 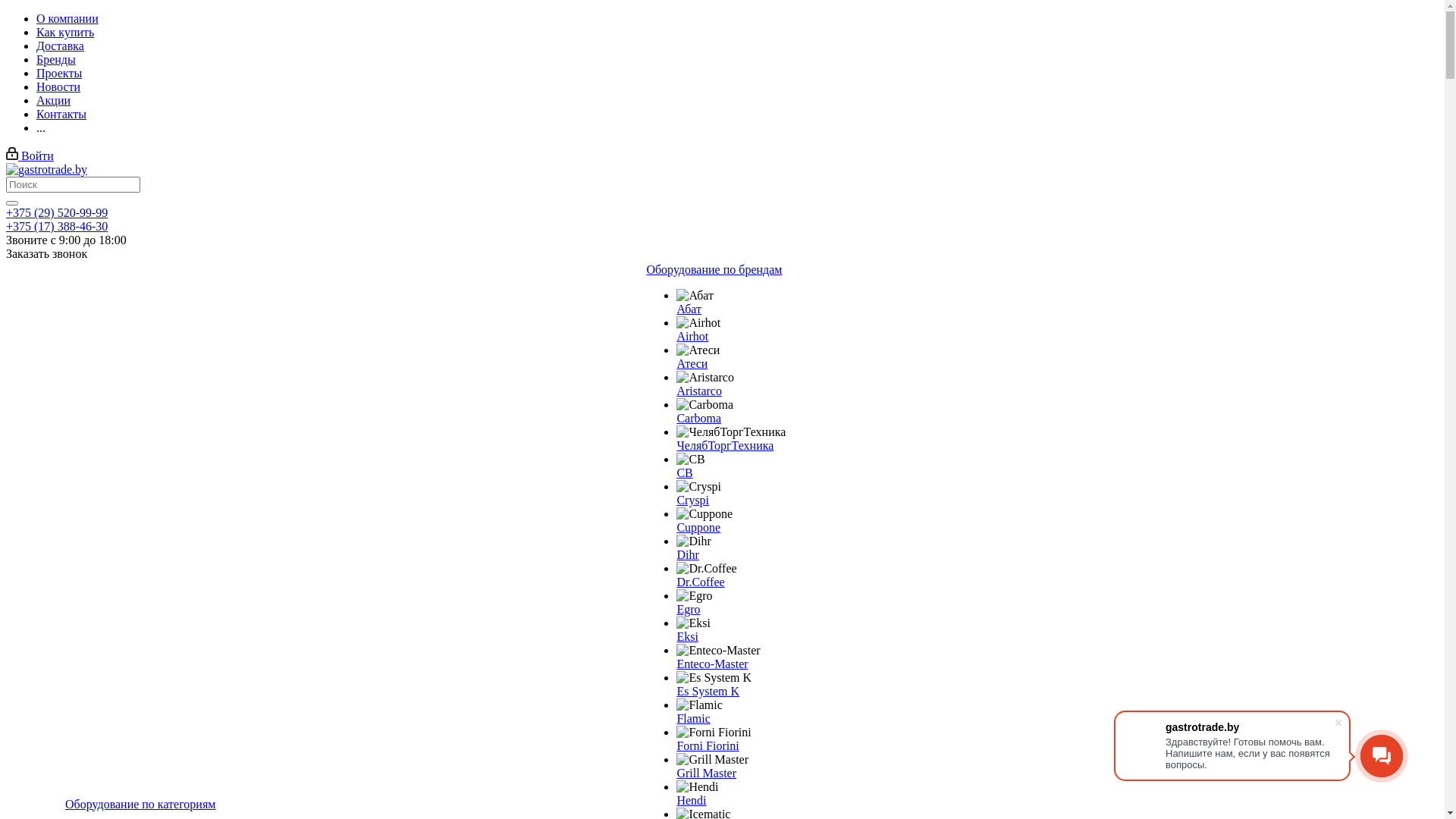 What do you see at coordinates (698, 704) in the screenshot?
I see `'Flamic'` at bounding box center [698, 704].